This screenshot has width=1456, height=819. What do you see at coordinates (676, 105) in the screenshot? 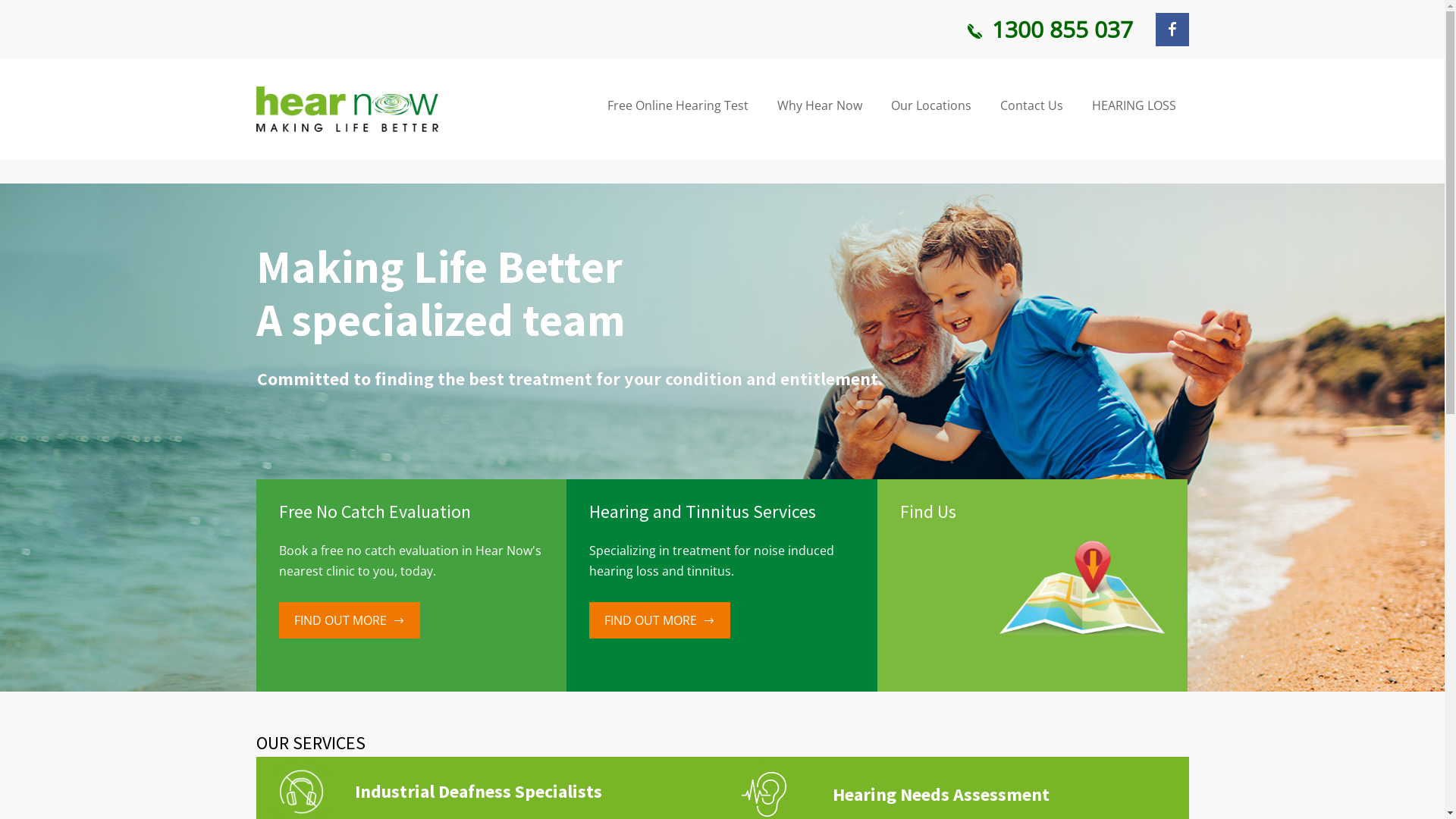
I see `'Free Online Hearing Test'` at bounding box center [676, 105].